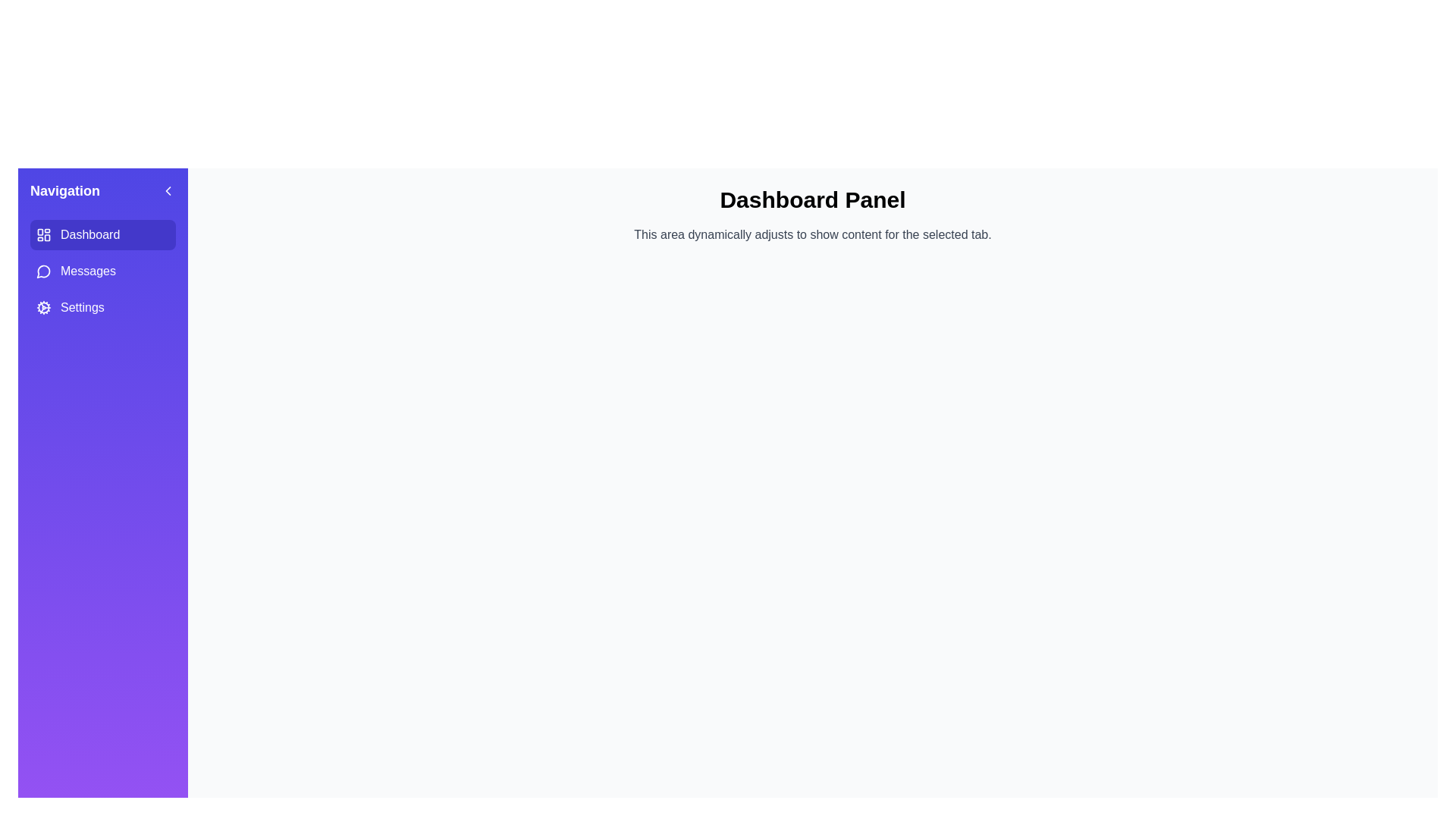  I want to click on the drawer toggle button to toggle the drawer's open and close state, so click(168, 190).